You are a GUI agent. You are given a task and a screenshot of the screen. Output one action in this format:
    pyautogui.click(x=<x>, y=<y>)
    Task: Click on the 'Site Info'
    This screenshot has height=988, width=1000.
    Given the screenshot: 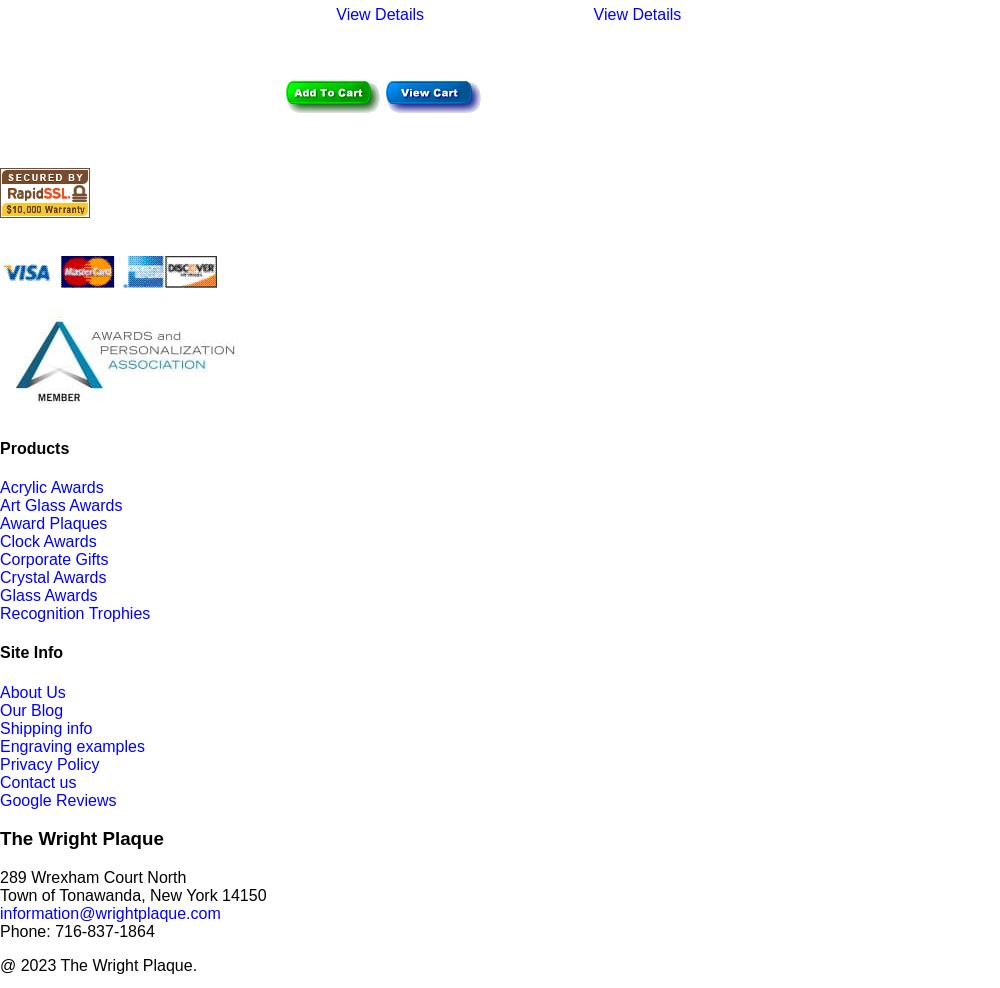 What is the action you would take?
    pyautogui.click(x=0, y=651)
    